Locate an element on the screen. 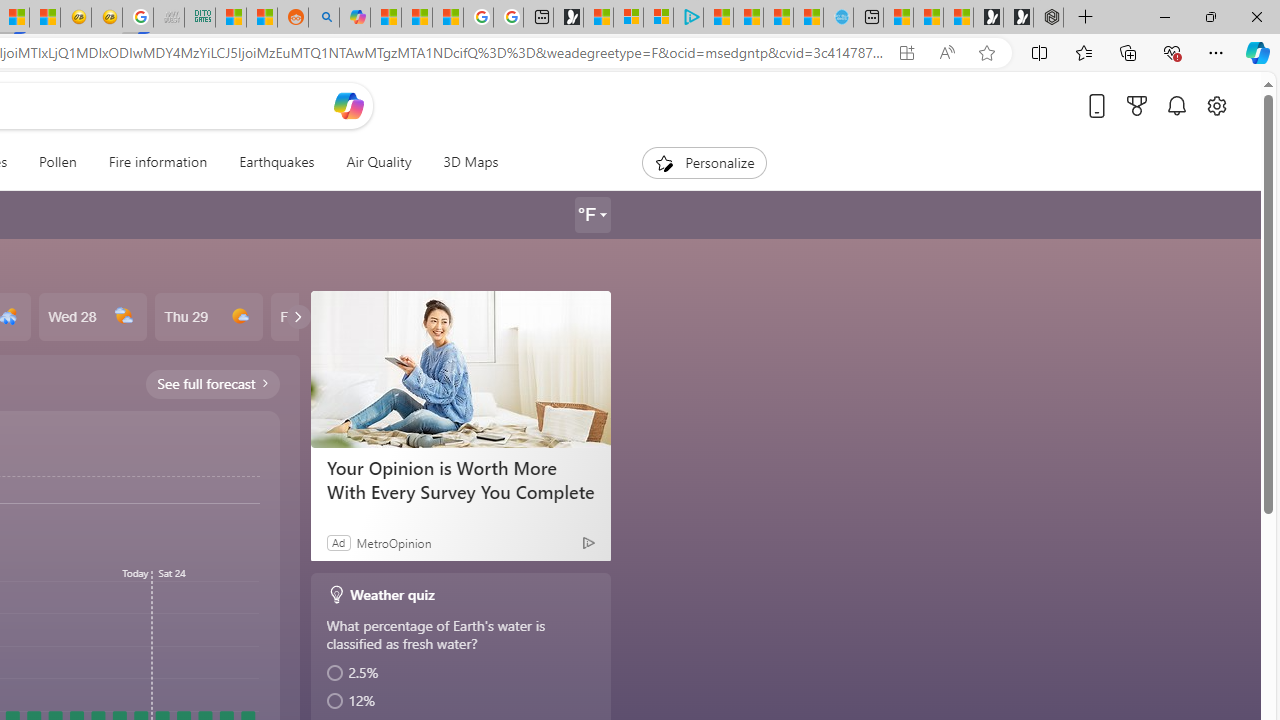 This screenshot has width=1280, height=720. 'Collections' is located at coordinates (1128, 51).